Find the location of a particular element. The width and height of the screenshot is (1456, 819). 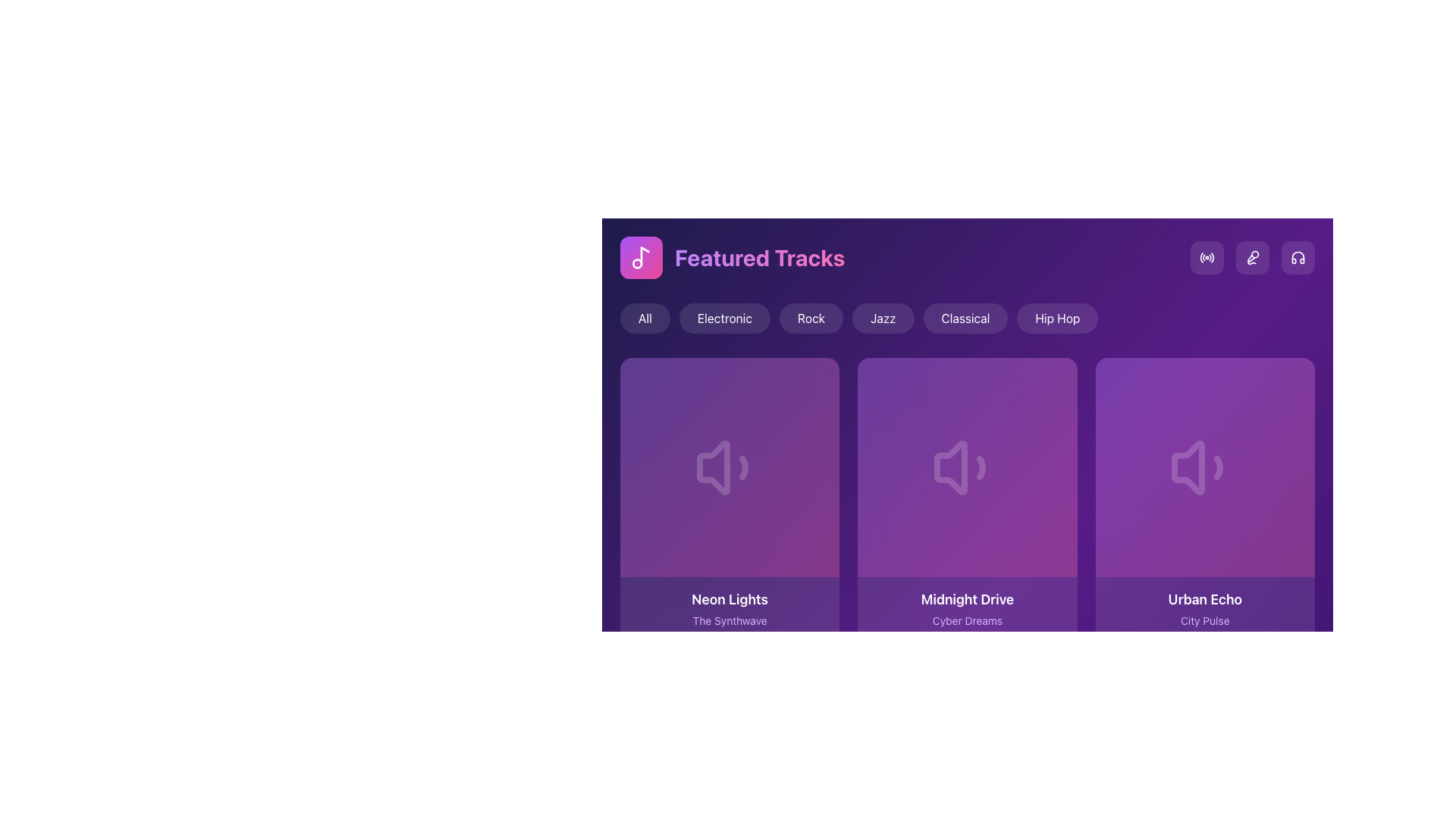

the curved line representing part of the speaker icon, which signifies sound waves, located to the right of the main speaker icon shape within the first card in the interface is located at coordinates (743, 466).